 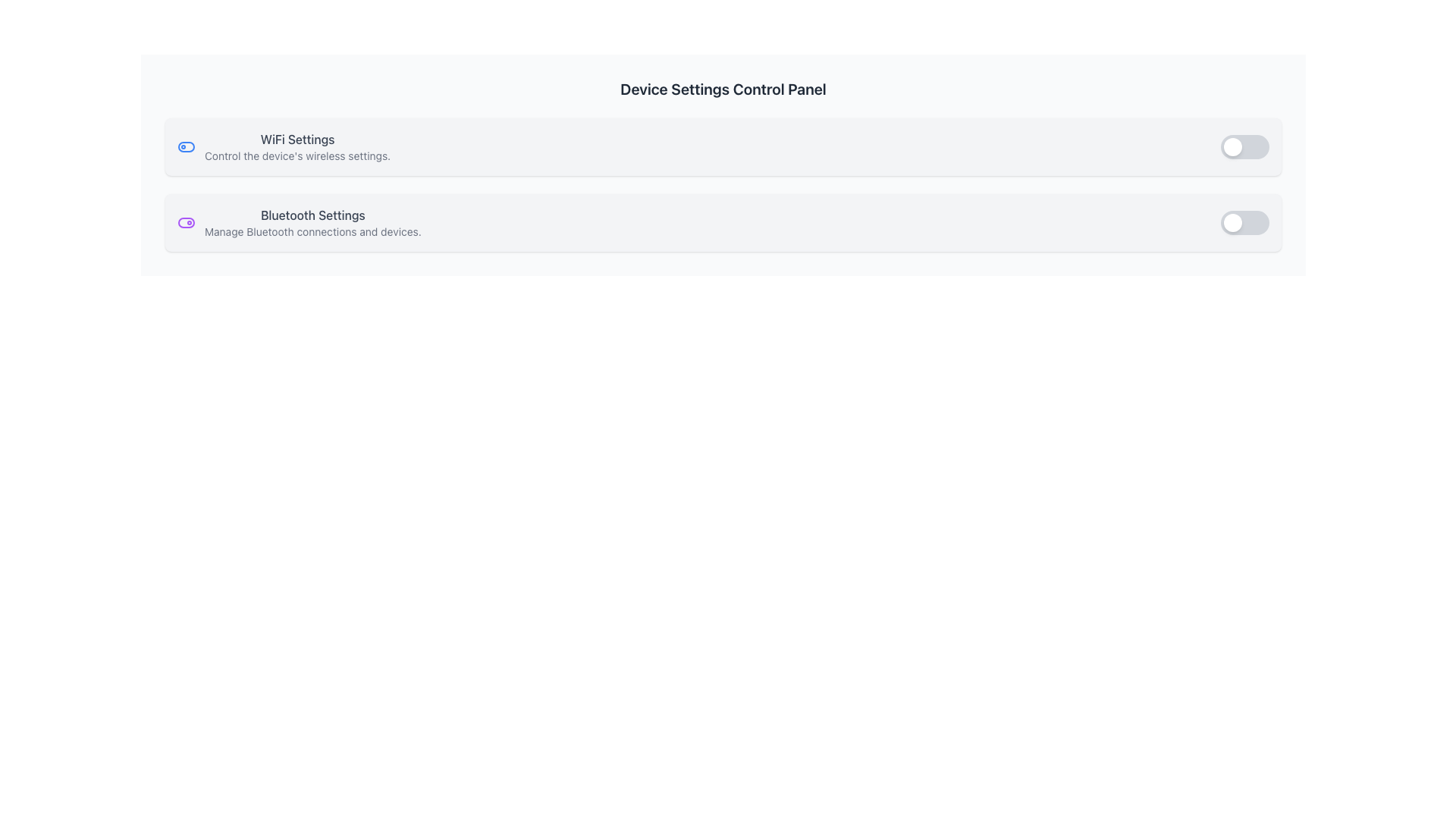 I want to click on the Composite component titled 'Bluetooth Settings', so click(x=723, y=222).